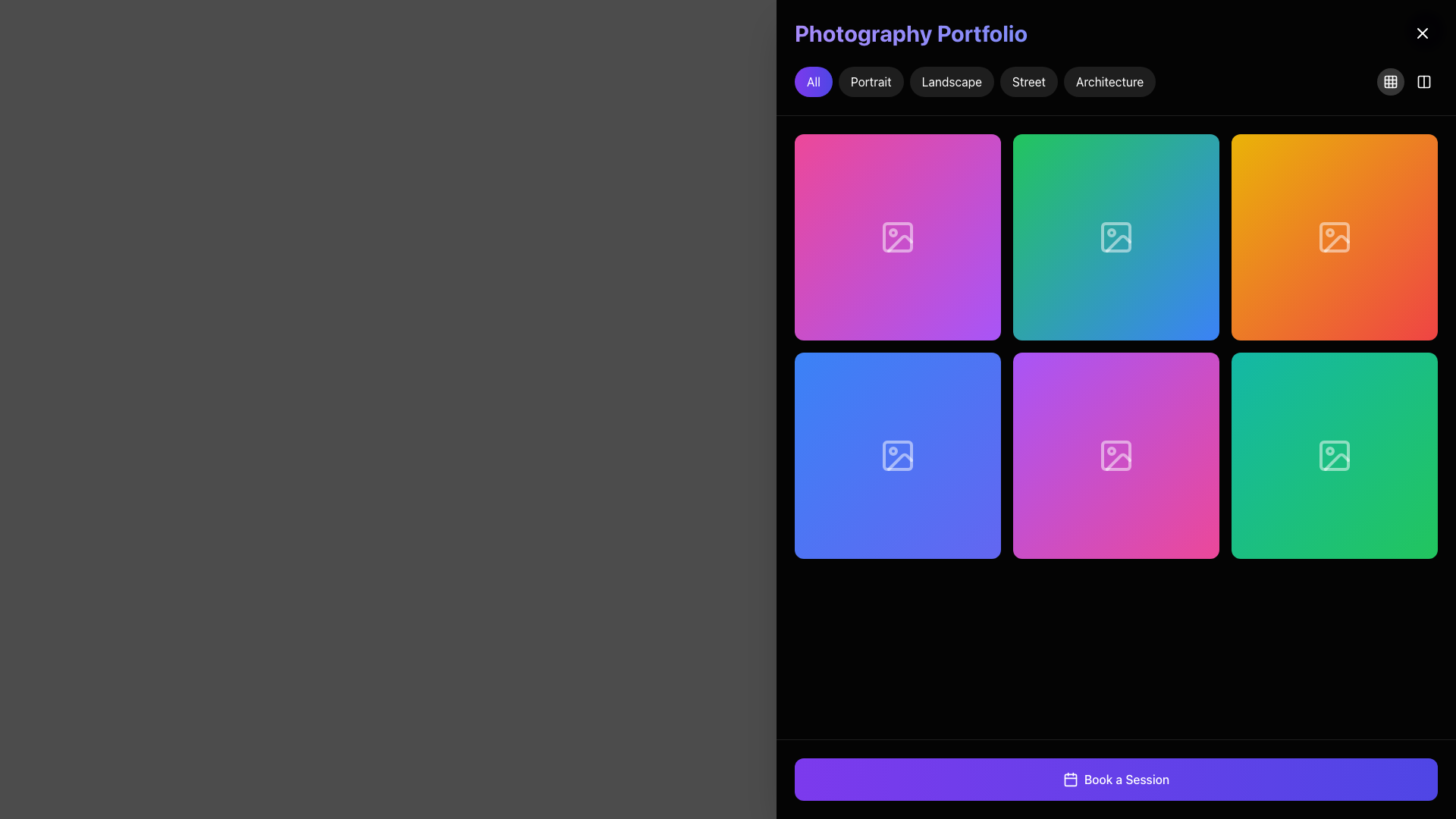  I want to click on the square tile with rounded corners and a gradient fill from blue to indigo, featuring a white framed picture icon at the center, so click(898, 455).